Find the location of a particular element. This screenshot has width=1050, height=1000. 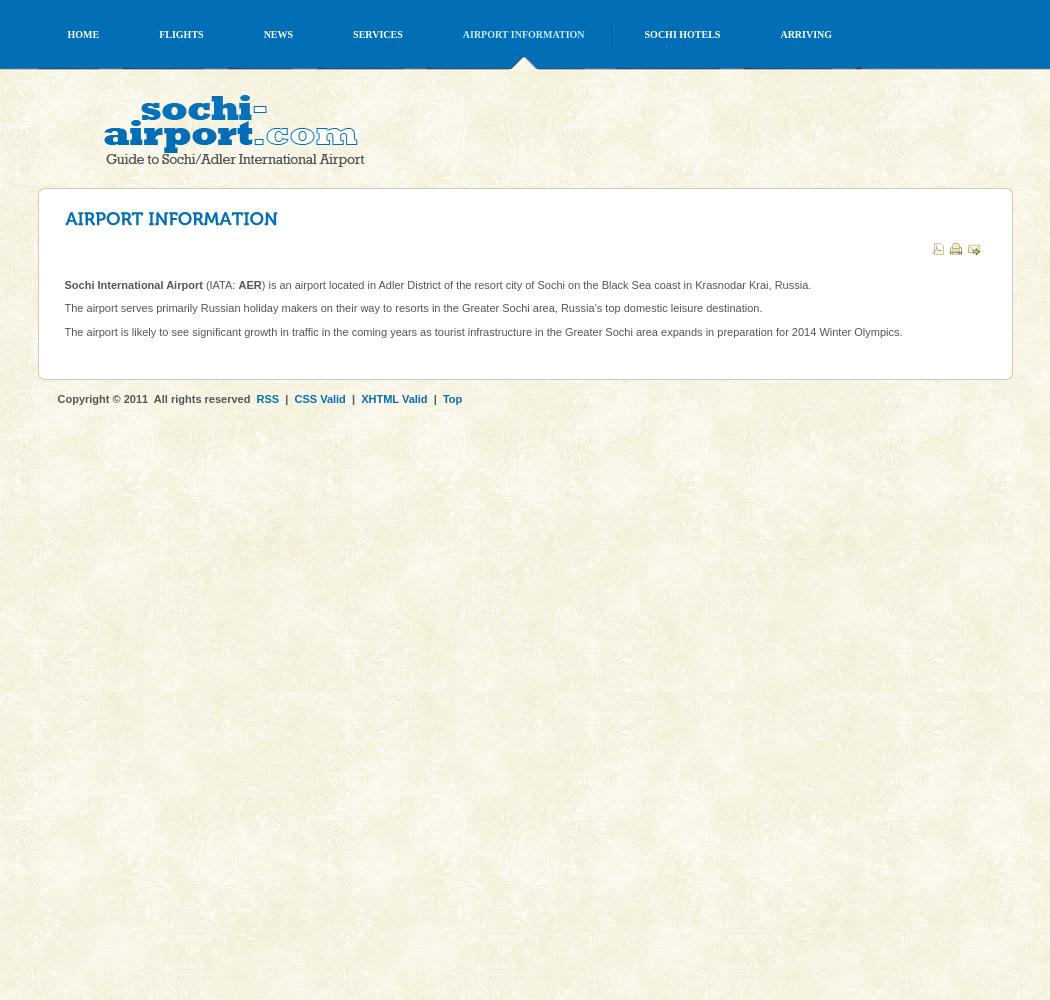

'The airport serves primarily Russian holiday makers on their way to resorts in the Greater Sochi area, Russia’s top domestic leisure destination.' is located at coordinates (412, 308).